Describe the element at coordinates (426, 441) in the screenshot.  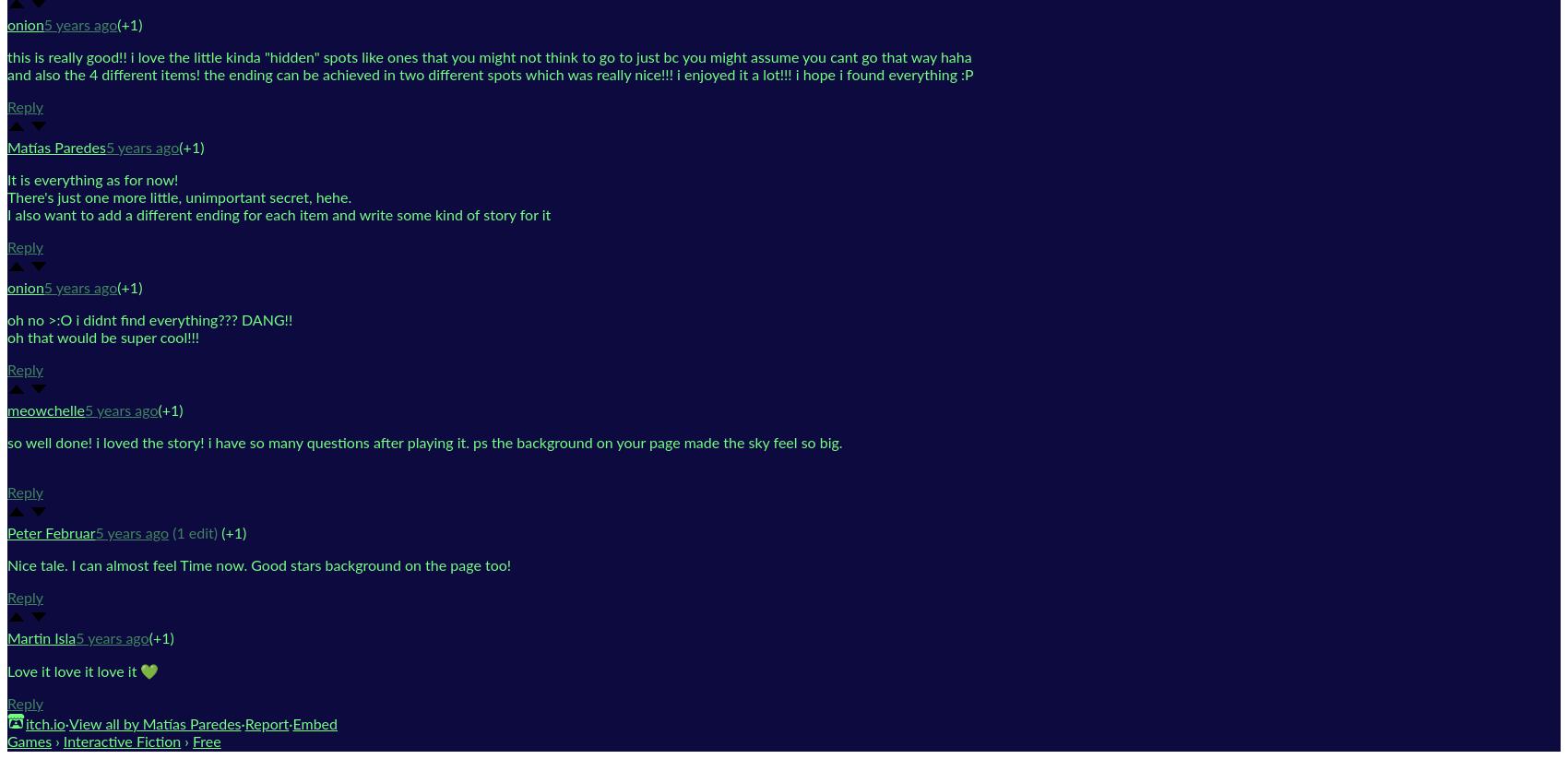
I see `'so well done! i loved the story! i have so many questions after playing it. ps the background on your page made the sky feel so big.'` at that location.